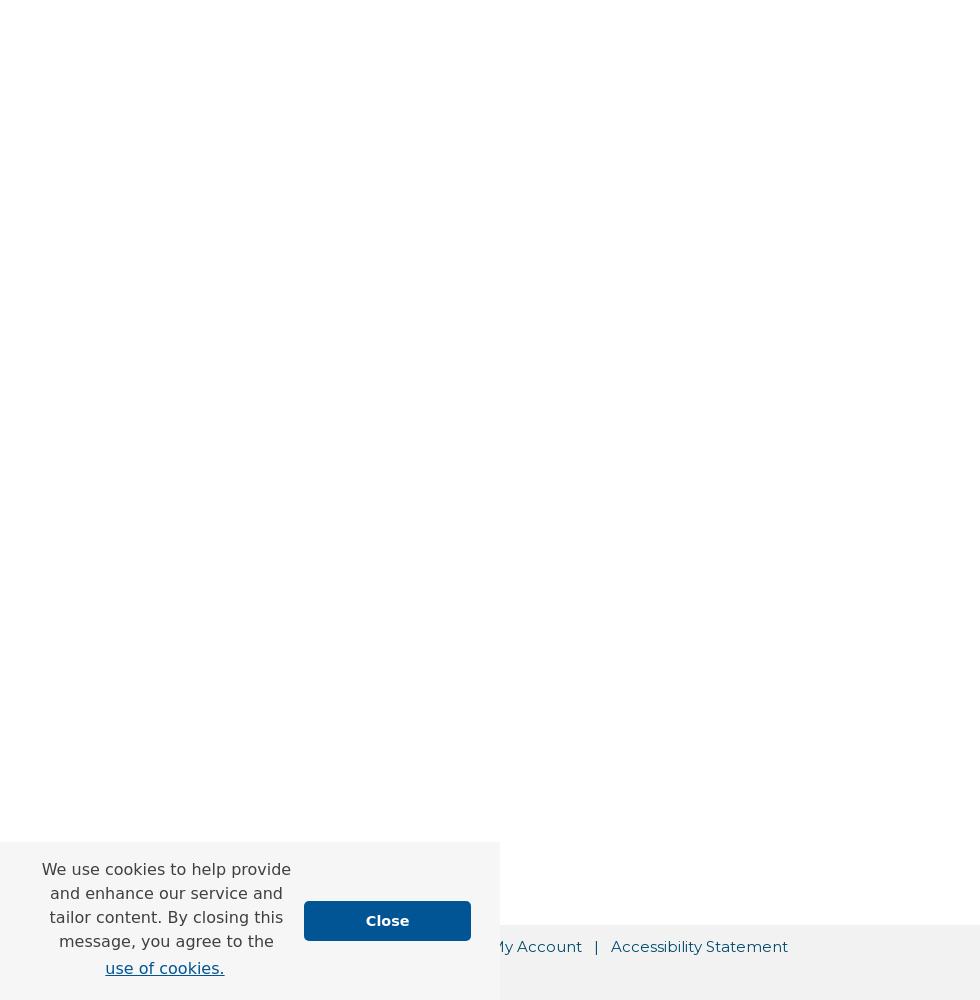  I want to click on 'We use cookies to help provide and enhance our service and tailor content. By closing this message, you agree to the', so click(166, 904).